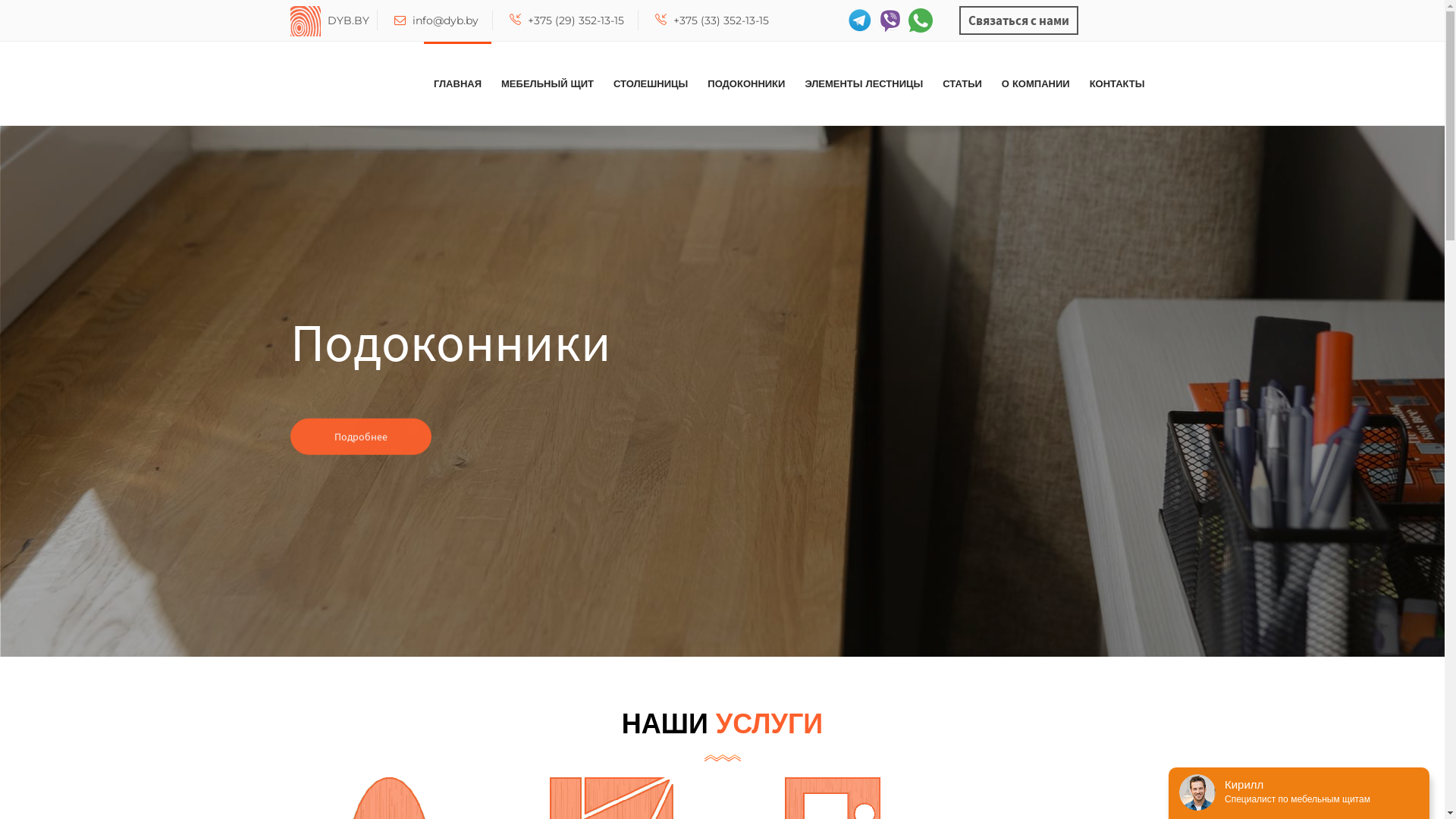  What do you see at coordinates (290, 20) in the screenshot?
I see `'DYB.BY'` at bounding box center [290, 20].